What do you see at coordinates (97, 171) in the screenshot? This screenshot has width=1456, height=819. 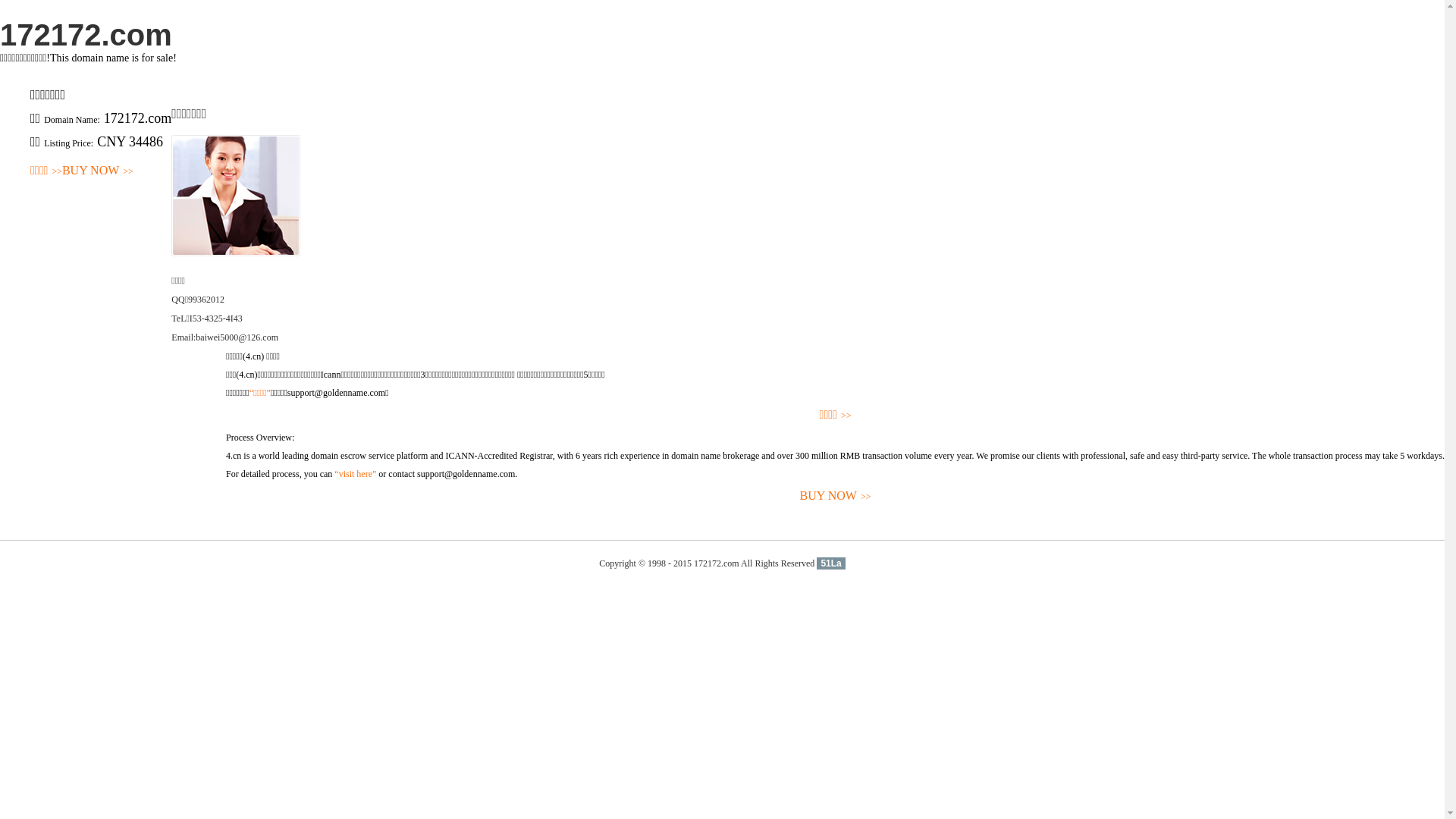 I see `'BUY NOW>>'` at bounding box center [97, 171].